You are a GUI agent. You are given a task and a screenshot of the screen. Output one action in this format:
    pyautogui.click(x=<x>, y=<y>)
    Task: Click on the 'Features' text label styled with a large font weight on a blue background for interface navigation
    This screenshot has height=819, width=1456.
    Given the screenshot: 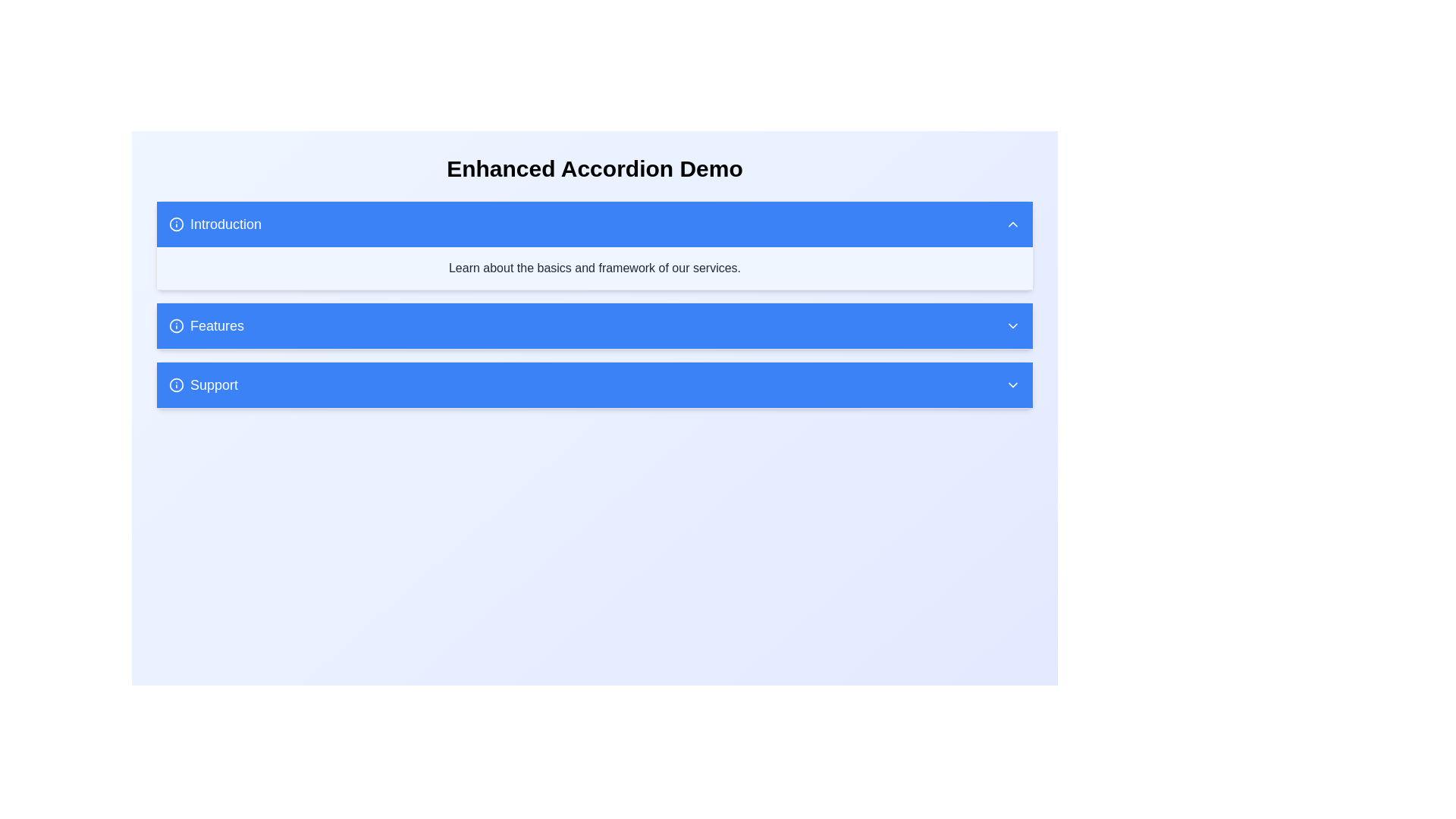 What is the action you would take?
    pyautogui.click(x=216, y=325)
    